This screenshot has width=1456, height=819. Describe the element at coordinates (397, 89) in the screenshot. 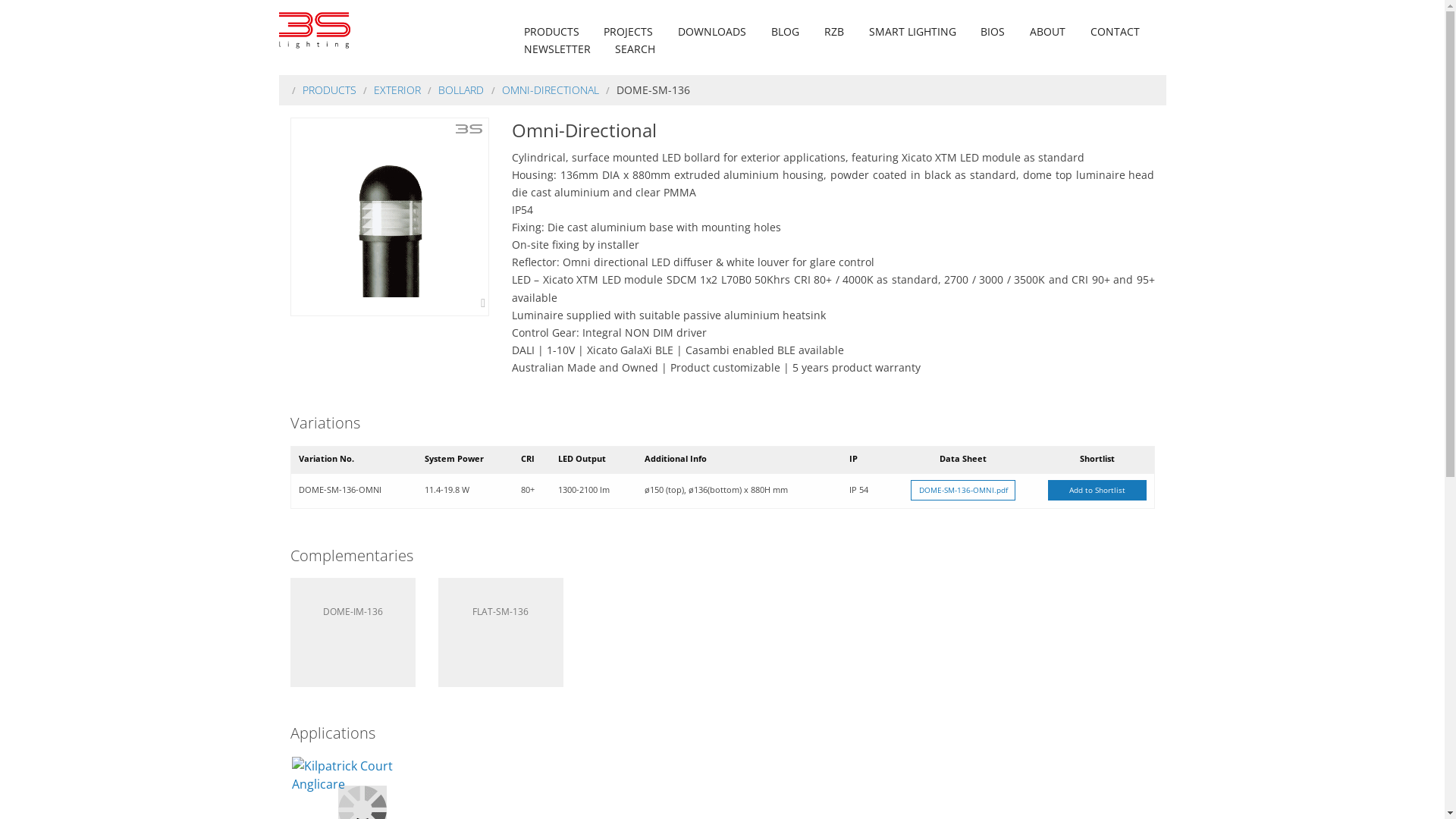

I see `'EXTERIOR'` at that location.